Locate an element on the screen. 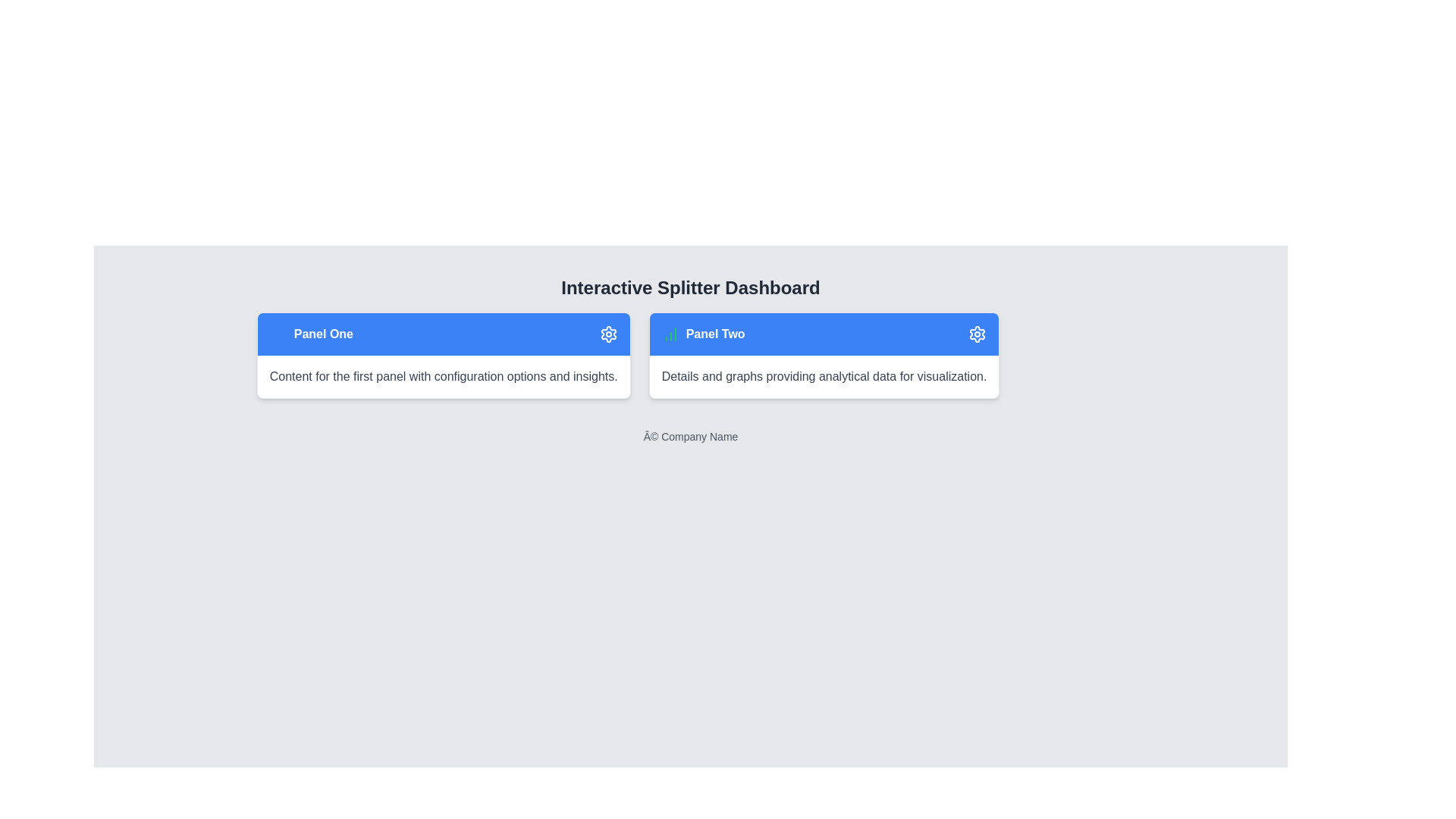  the gear icon located in the top right corner of 'Panel Two' is located at coordinates (608, 333).